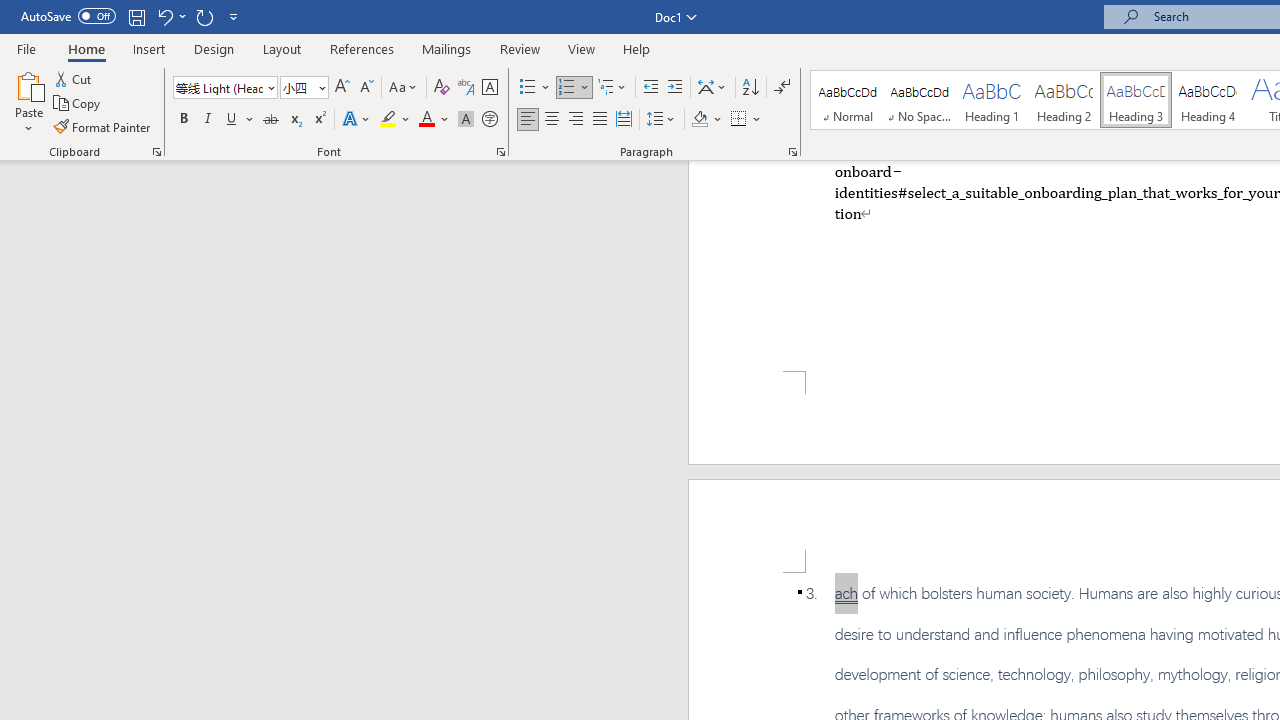  Describe the element at coordinates (366, 86) in the screenshot. I see `'Shrink Font'` at that location.